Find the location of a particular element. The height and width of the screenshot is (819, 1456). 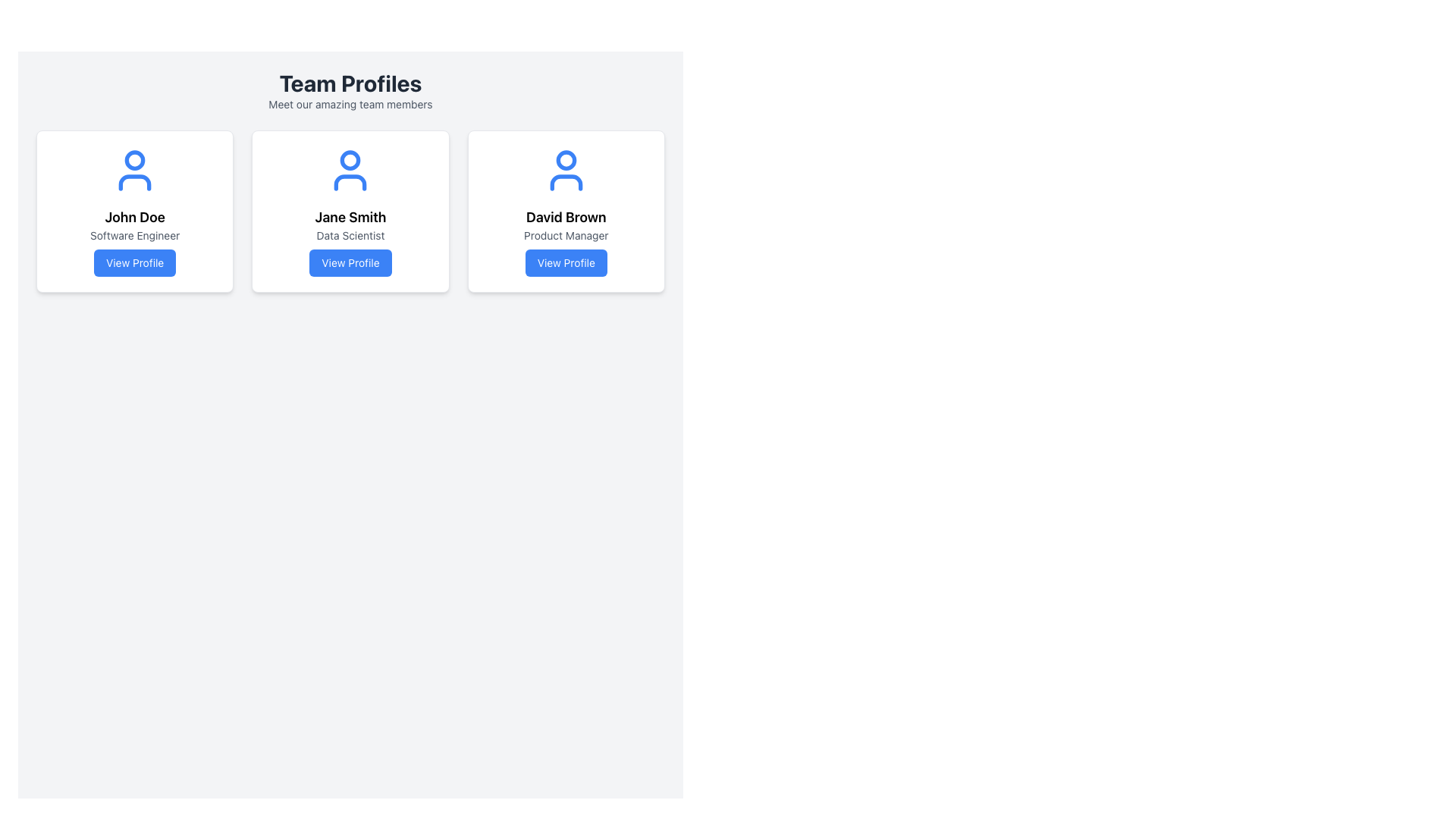

the heading block titled 'Team Profiles' which consists of two lines of text, prominently featuring 'Team Profiles' in bold and 'Meet our amazing team members' as a subtitle is located at coordinates (350, 90).